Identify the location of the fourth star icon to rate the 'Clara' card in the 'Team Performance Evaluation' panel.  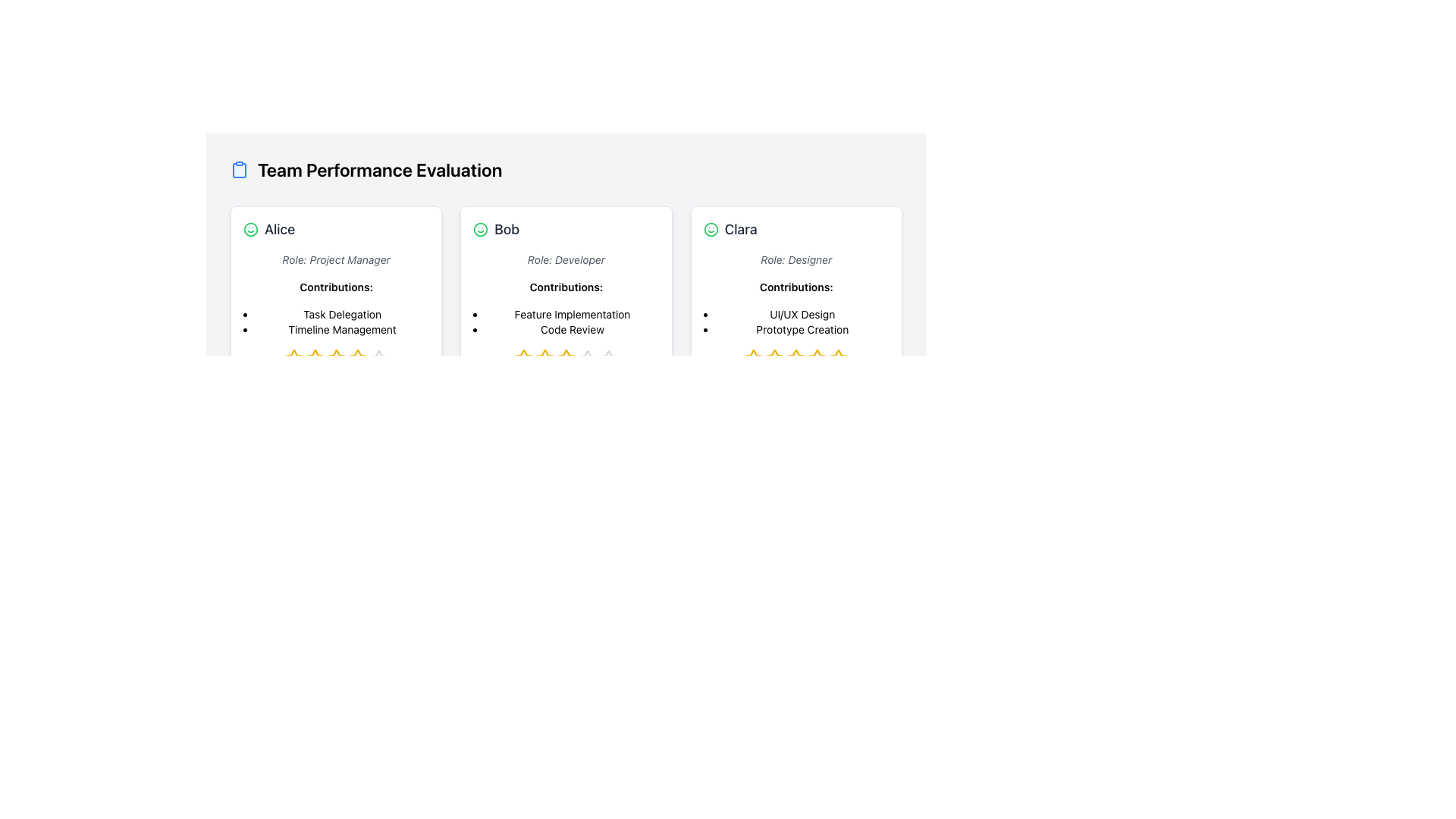
(817, 358).